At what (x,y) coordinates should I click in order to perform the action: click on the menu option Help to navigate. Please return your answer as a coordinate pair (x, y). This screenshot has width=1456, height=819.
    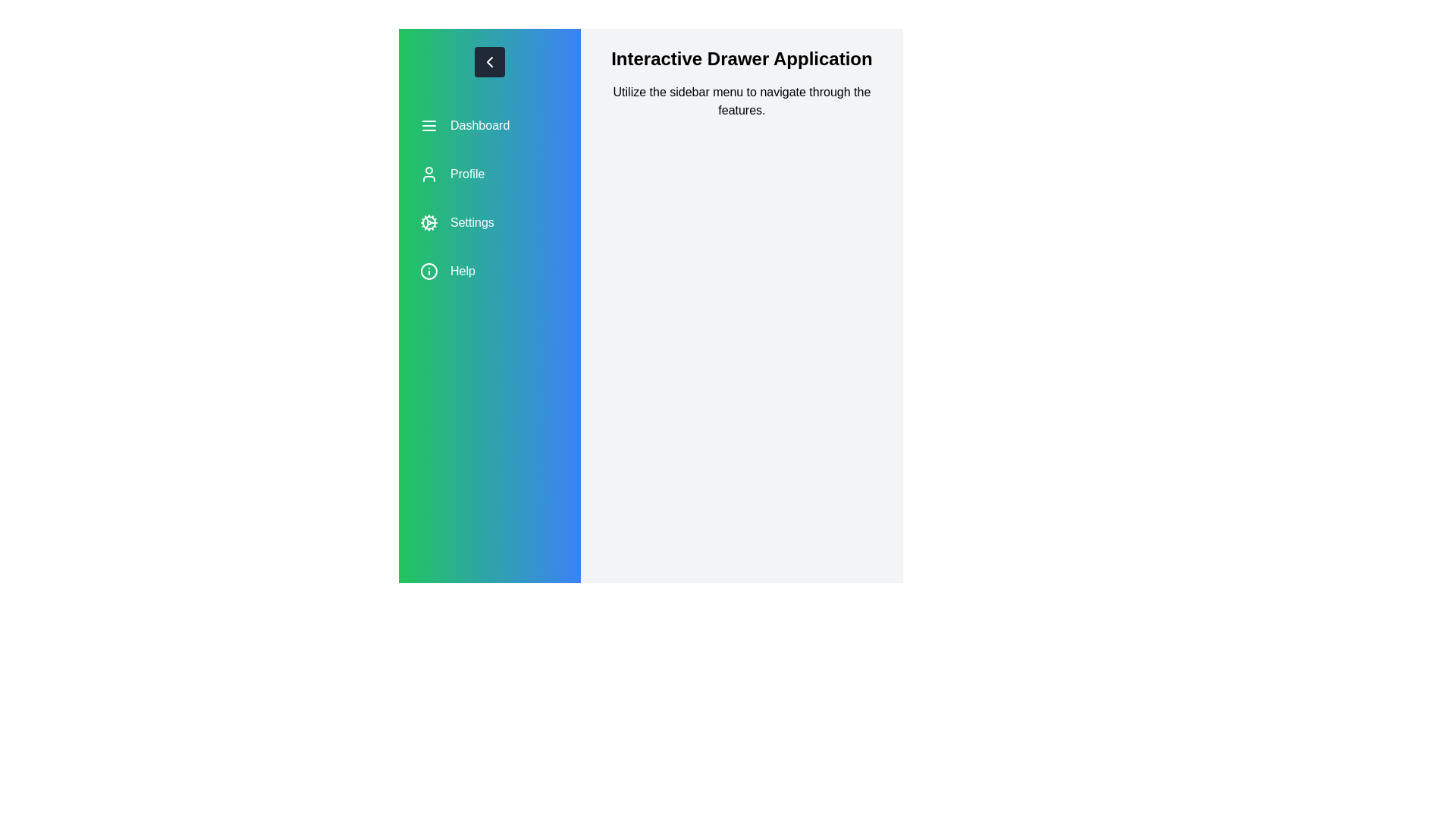
    Looking at the image, I should click on (489, 271).